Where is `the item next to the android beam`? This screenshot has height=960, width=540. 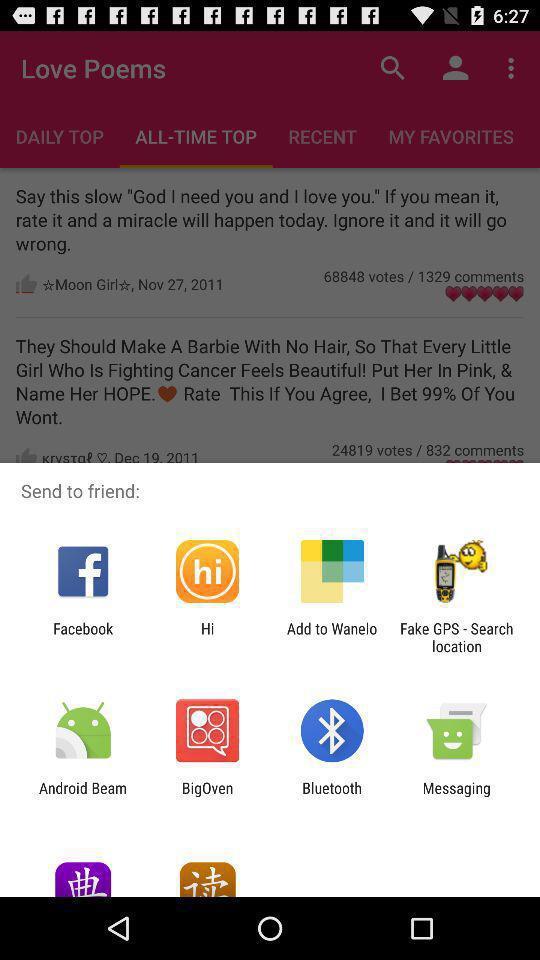
the item next to the android beam is located at coordinates (206, 796).